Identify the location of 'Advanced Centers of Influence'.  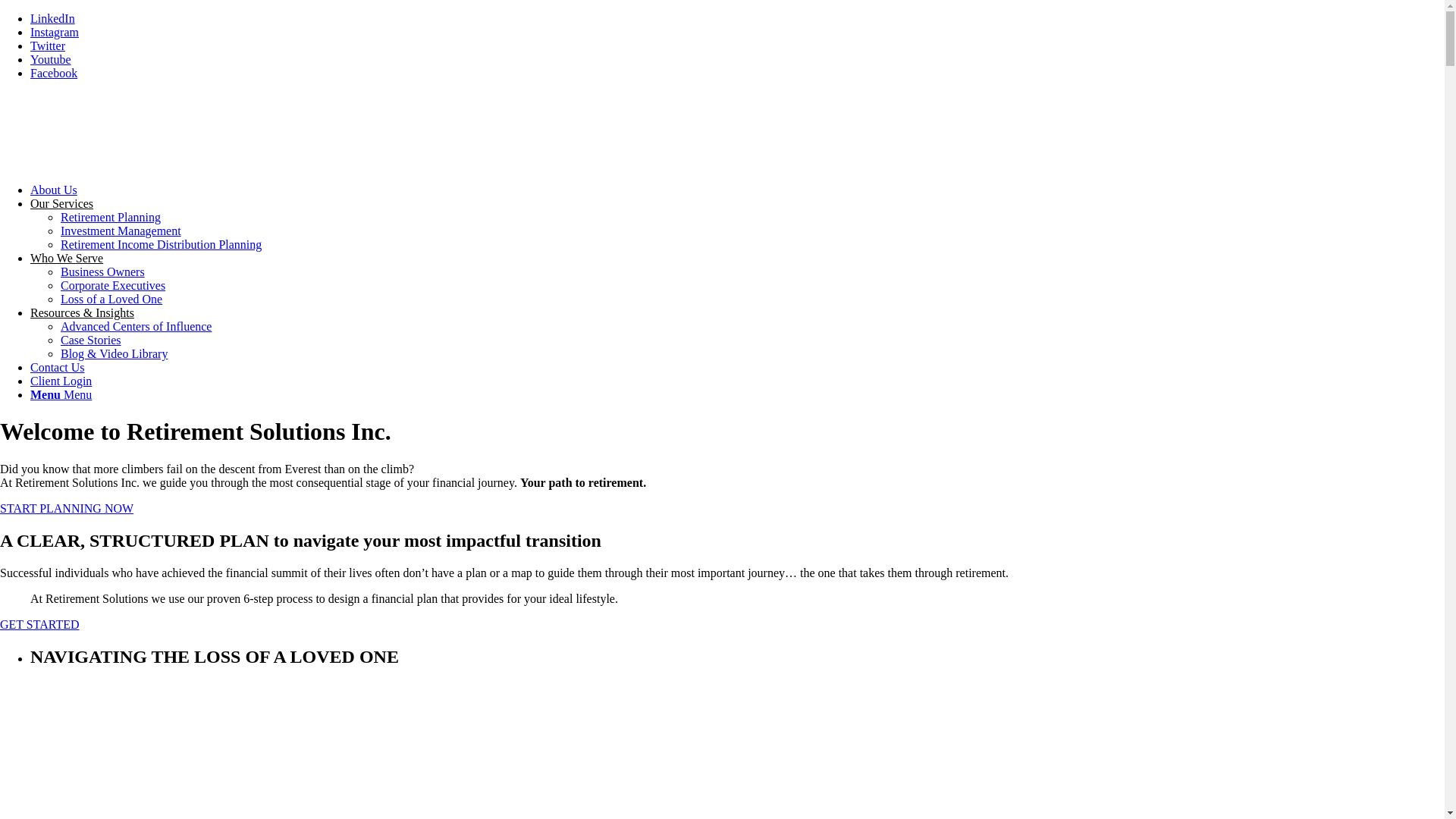
(61, 325).